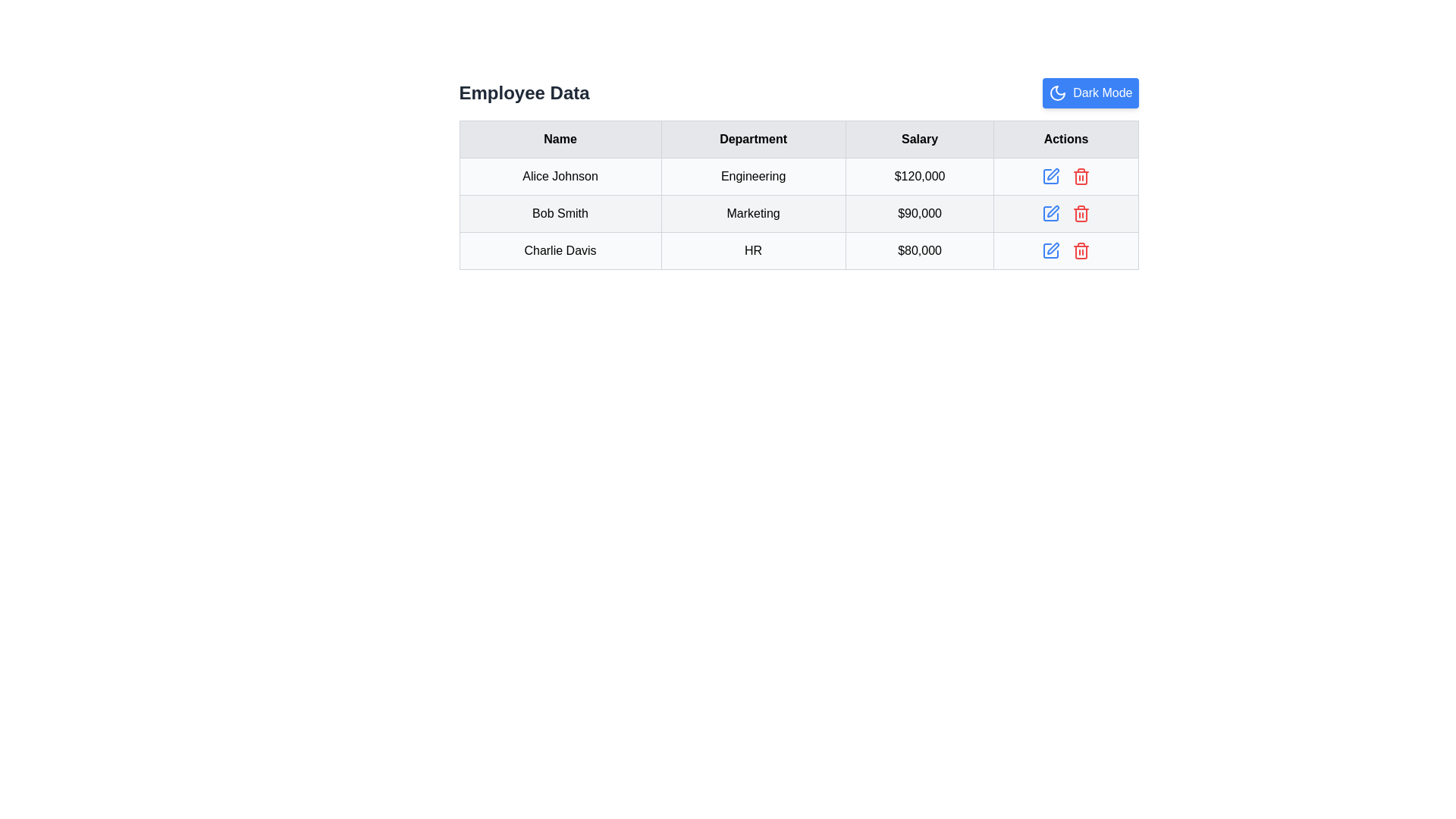  What do you see at coordinates (1051, 174) in the screenshot?
I see `the edit icon button located in the 'Actions' column for the 'Alice Johnson' record under the 'Engineering' department` at bounding box center [1051, 174].